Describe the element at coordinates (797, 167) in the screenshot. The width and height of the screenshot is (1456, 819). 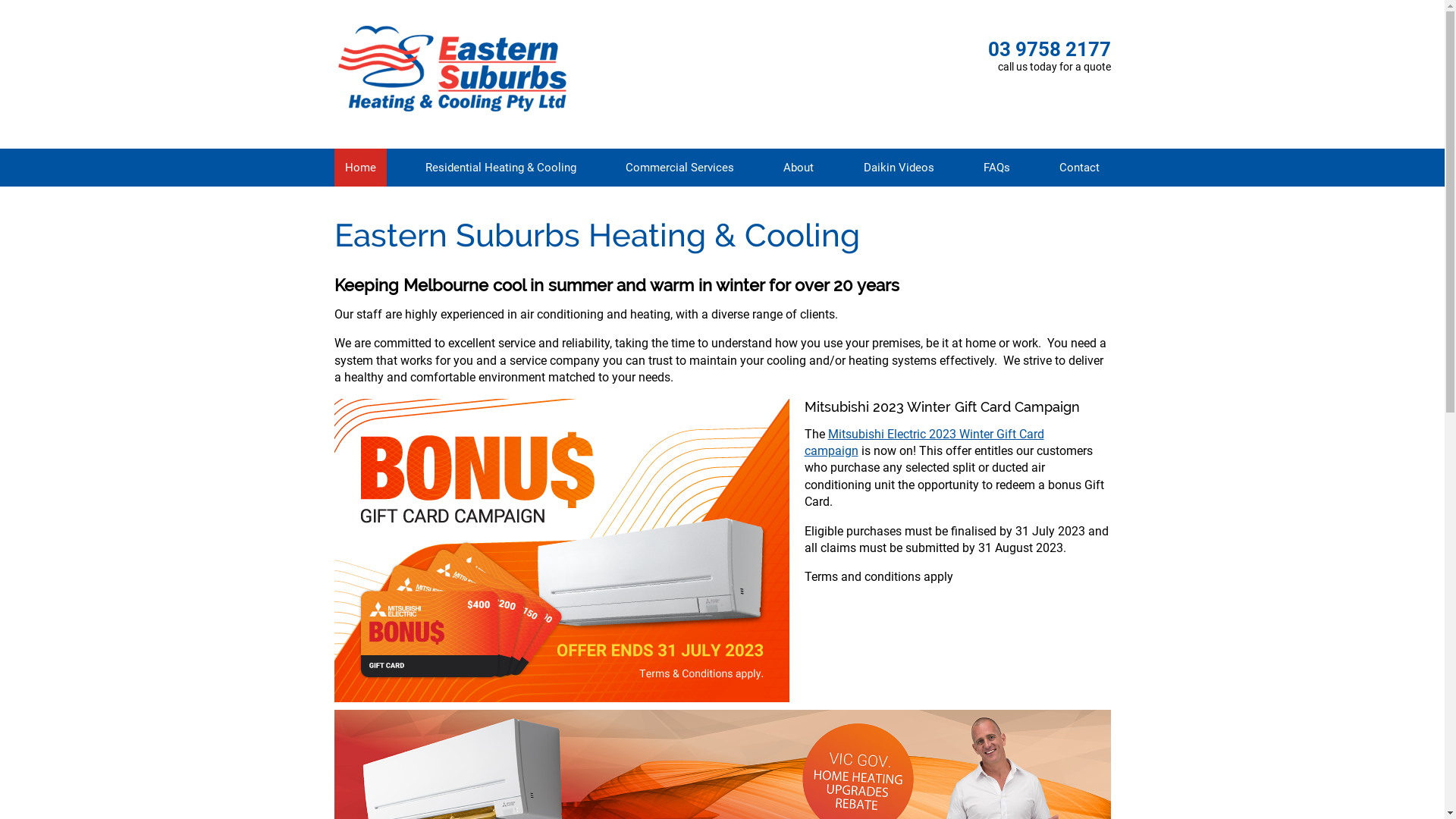
I see `'About'` at that location.